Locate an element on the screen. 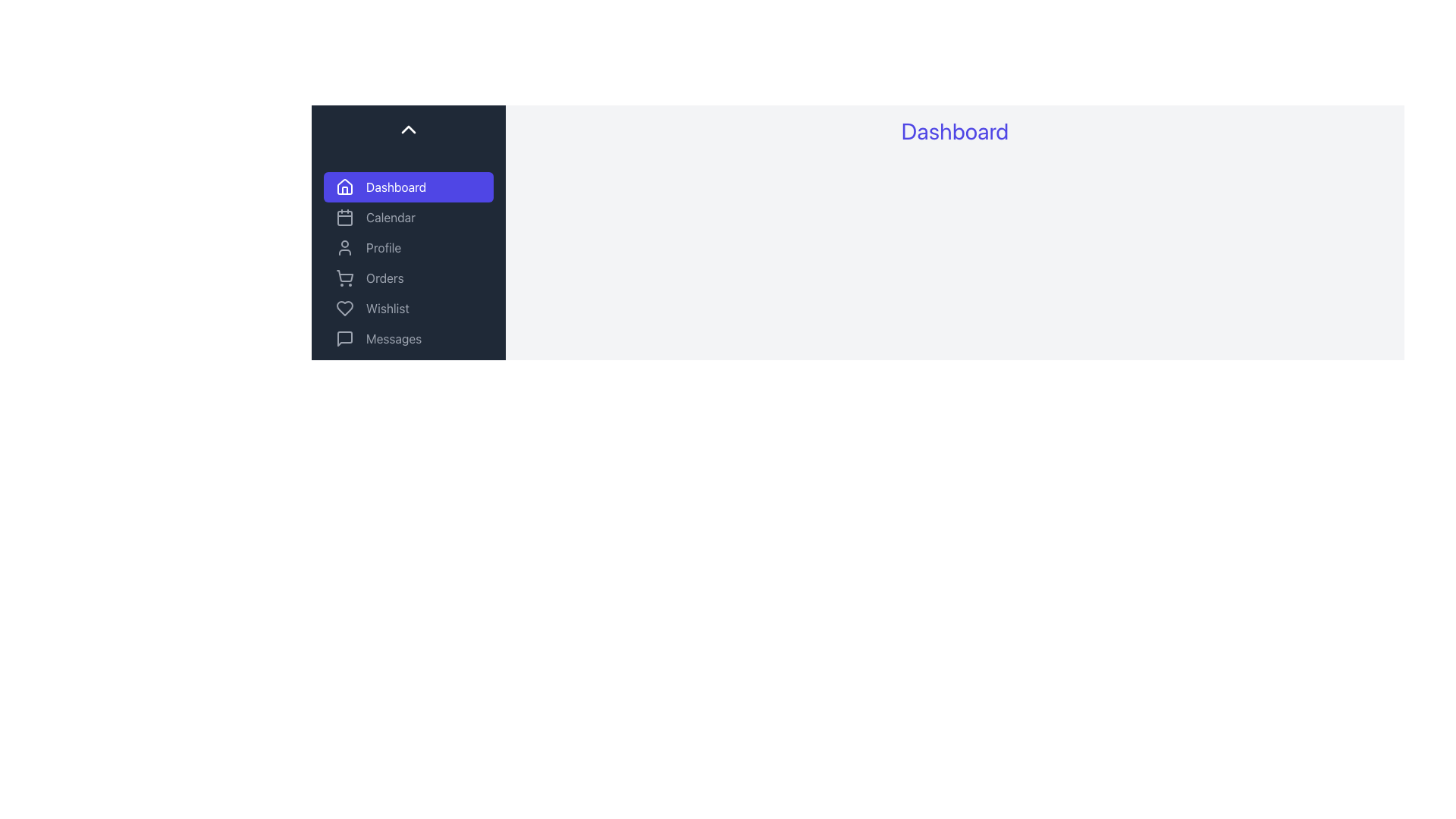 The image size is (1456, 819). the house icon located in the purple rectangular button to the left of the 'Dashboard' text in the sidebar menu is located at coordinates (344, 186).